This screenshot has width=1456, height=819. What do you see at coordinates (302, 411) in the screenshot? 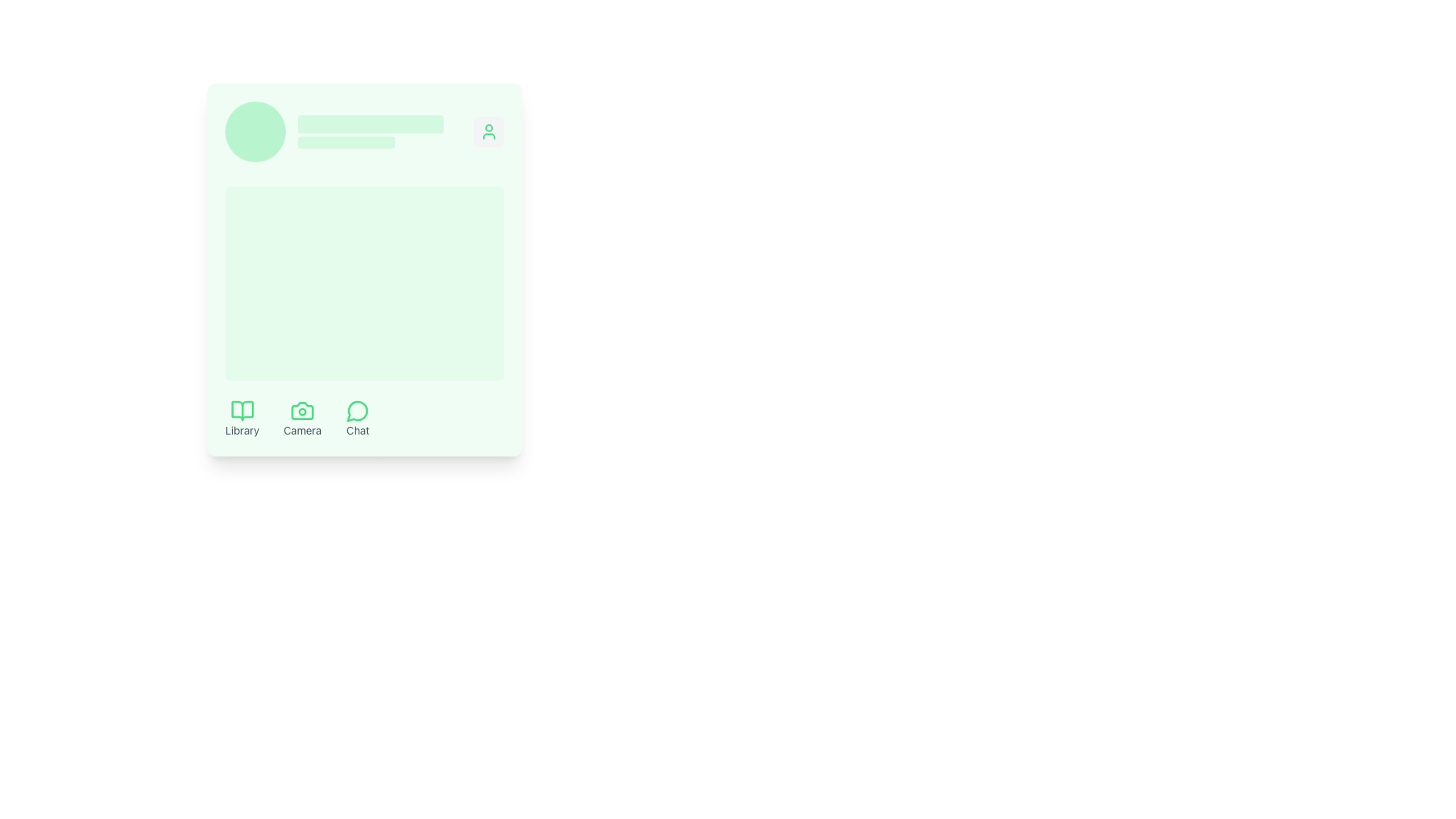
I see `the green camera icon located` at bounding box center [302, 411].